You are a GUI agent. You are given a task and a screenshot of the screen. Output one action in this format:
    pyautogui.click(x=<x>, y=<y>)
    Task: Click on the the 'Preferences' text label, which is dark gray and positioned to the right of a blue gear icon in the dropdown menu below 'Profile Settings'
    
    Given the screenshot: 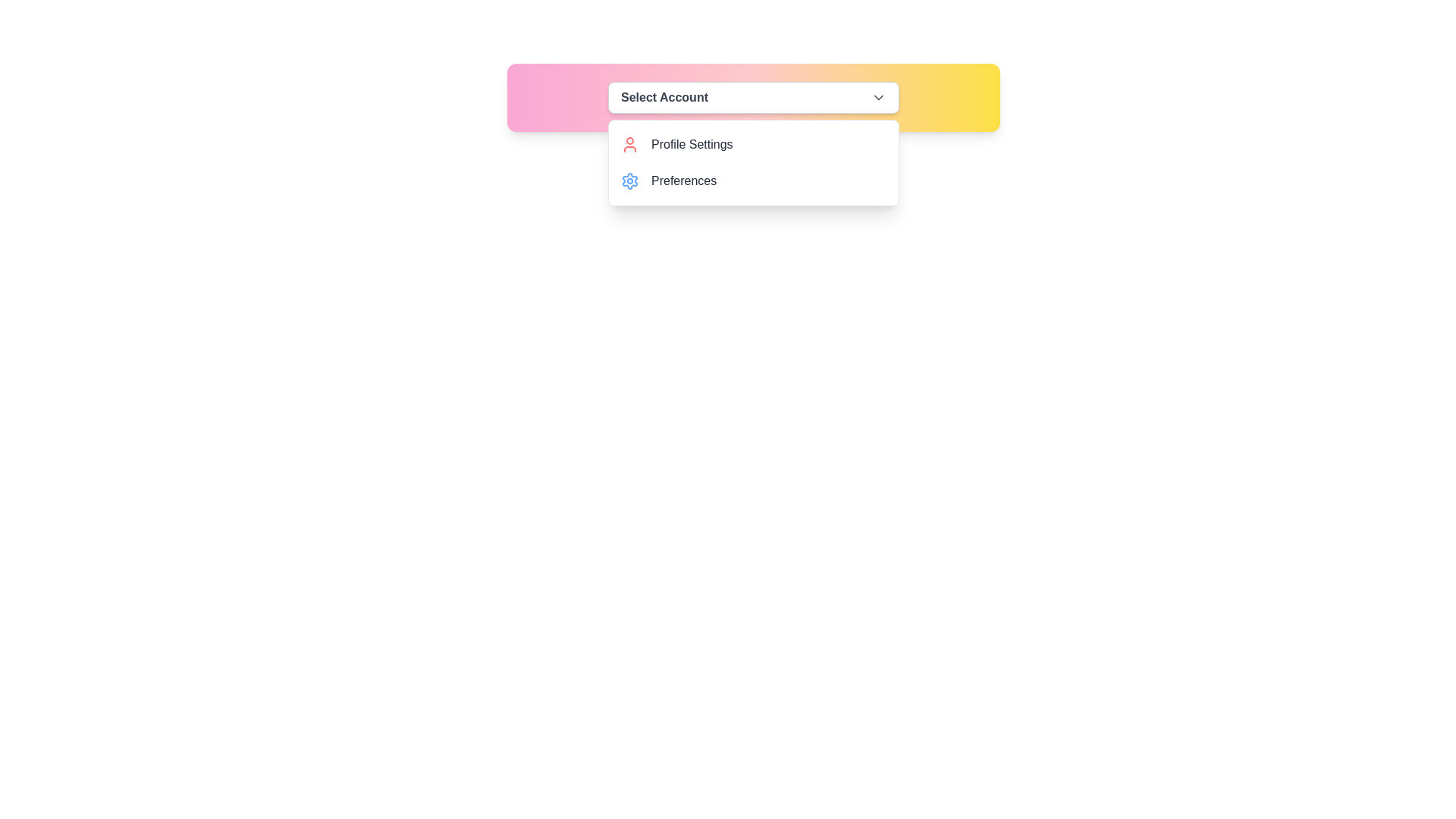 What is the action you would take?
    pyautogui.click(x=683, y=180)
    